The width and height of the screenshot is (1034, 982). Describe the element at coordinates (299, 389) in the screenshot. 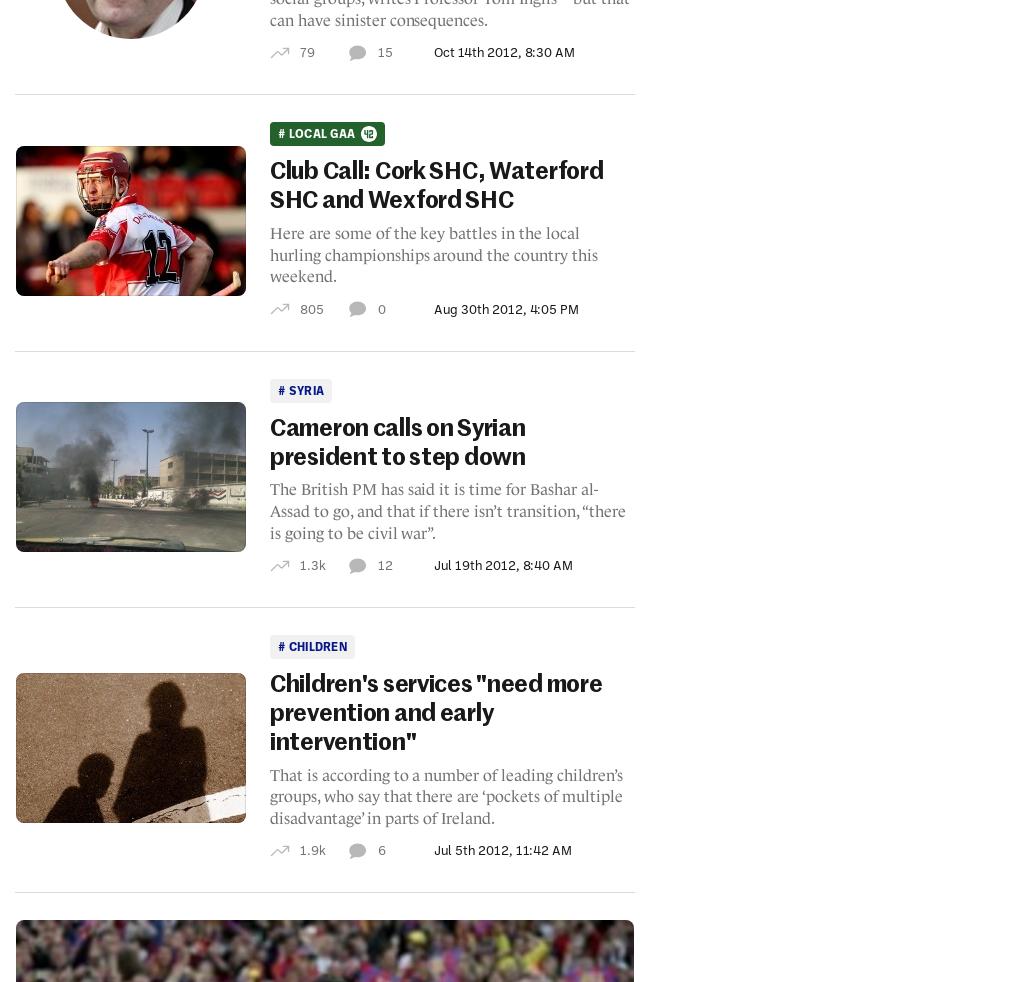

I see `'# Syria'` at that location.